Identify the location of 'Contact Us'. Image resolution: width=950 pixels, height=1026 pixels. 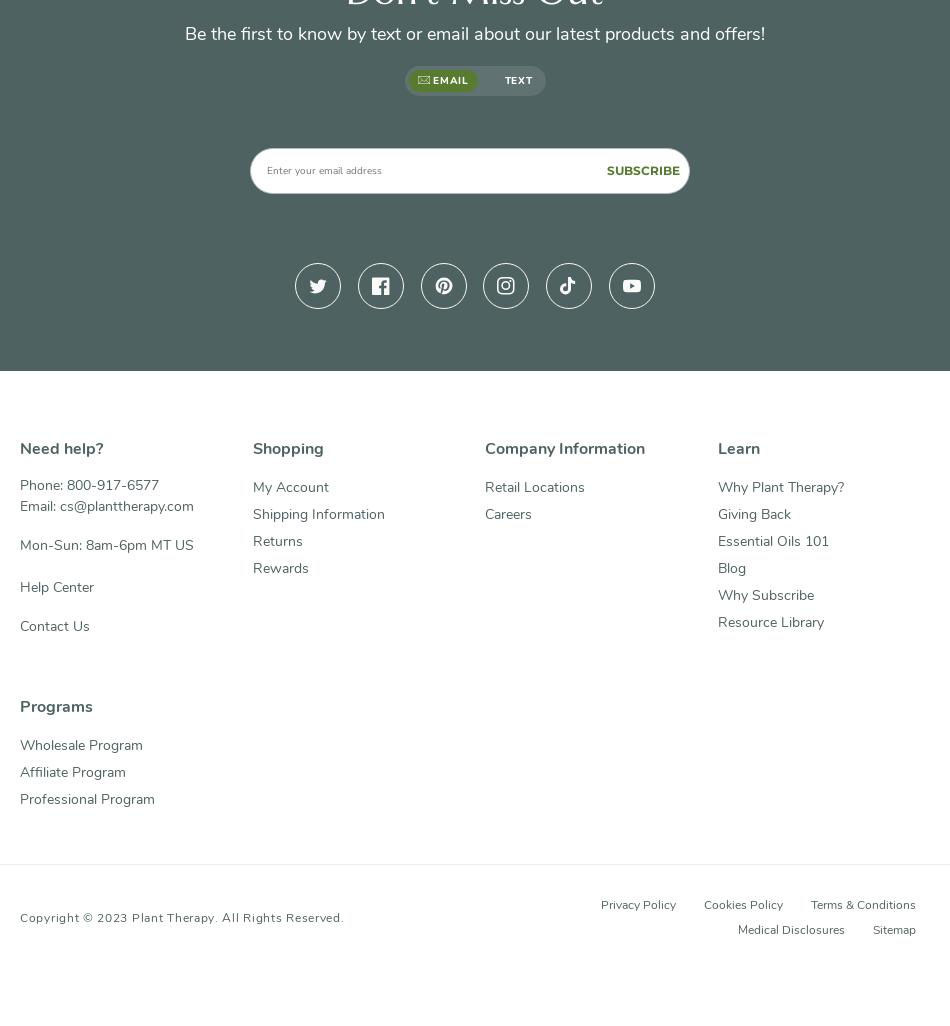
(55, 626).